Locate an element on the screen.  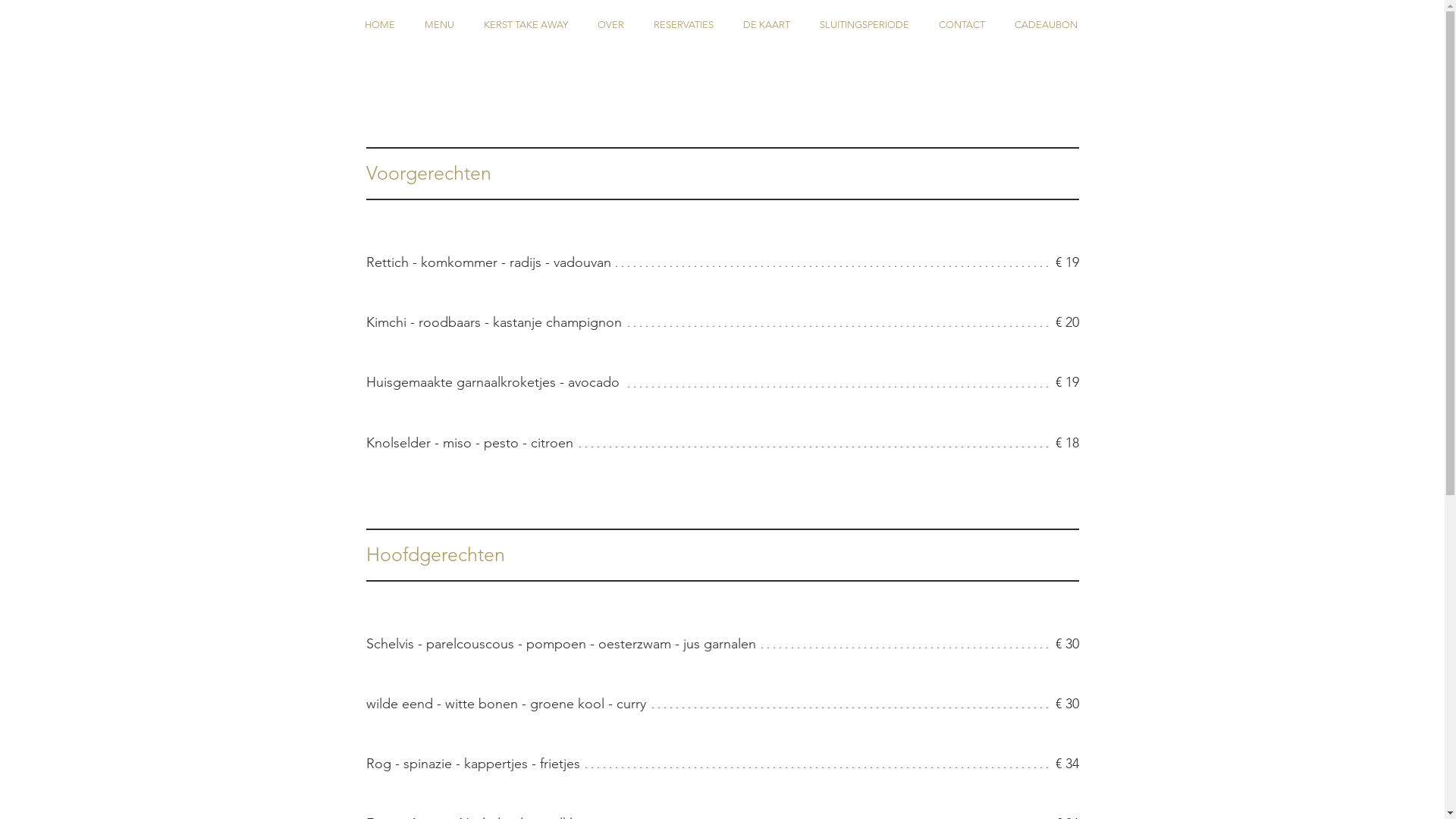
'CONTACT' is located at coordinates (923, 24).